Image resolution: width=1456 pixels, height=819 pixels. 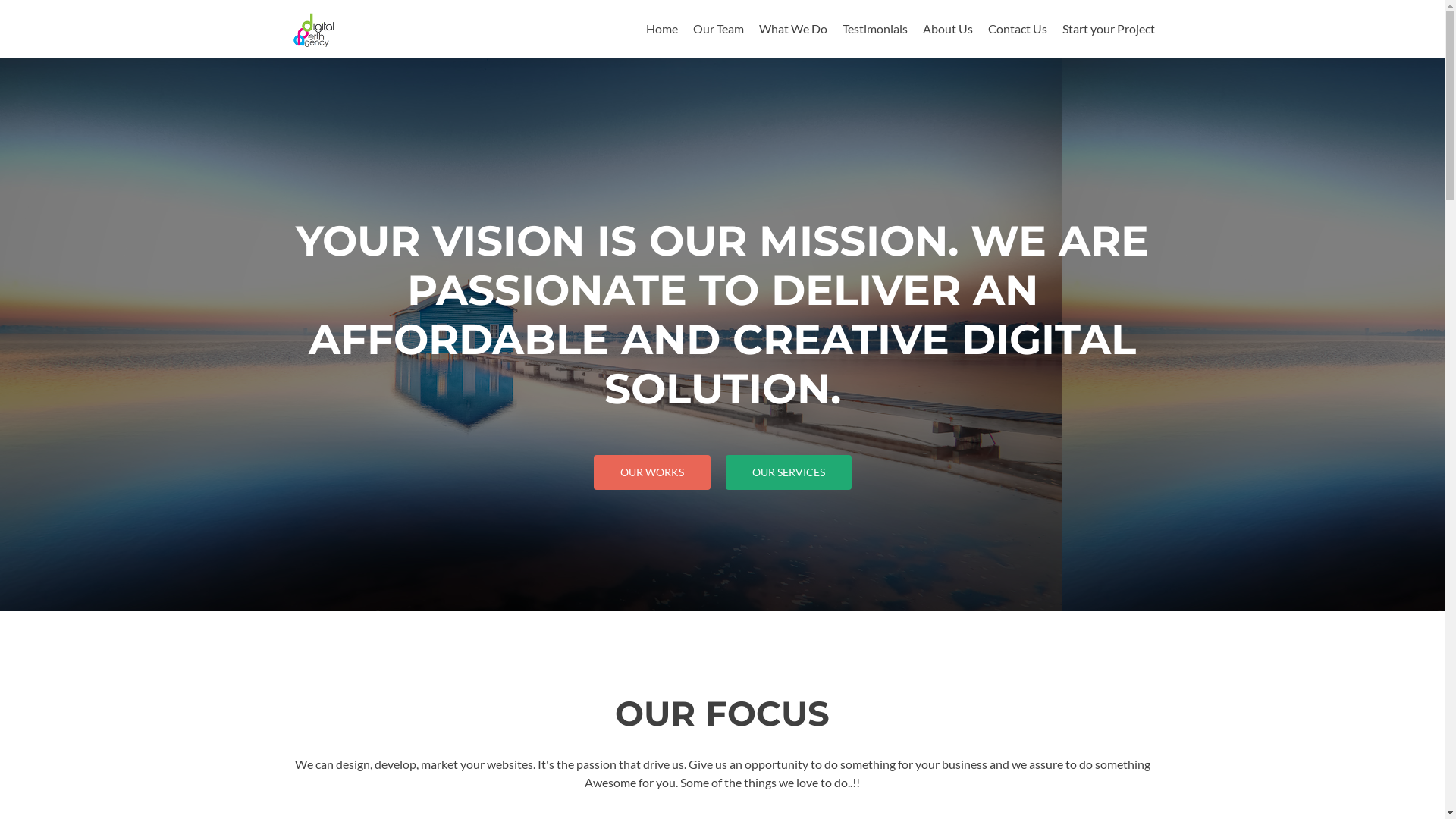 What do you see at coordinates (946, 28) in the screenshot?
I see `'About Us'` at bounding box center [946, 28].